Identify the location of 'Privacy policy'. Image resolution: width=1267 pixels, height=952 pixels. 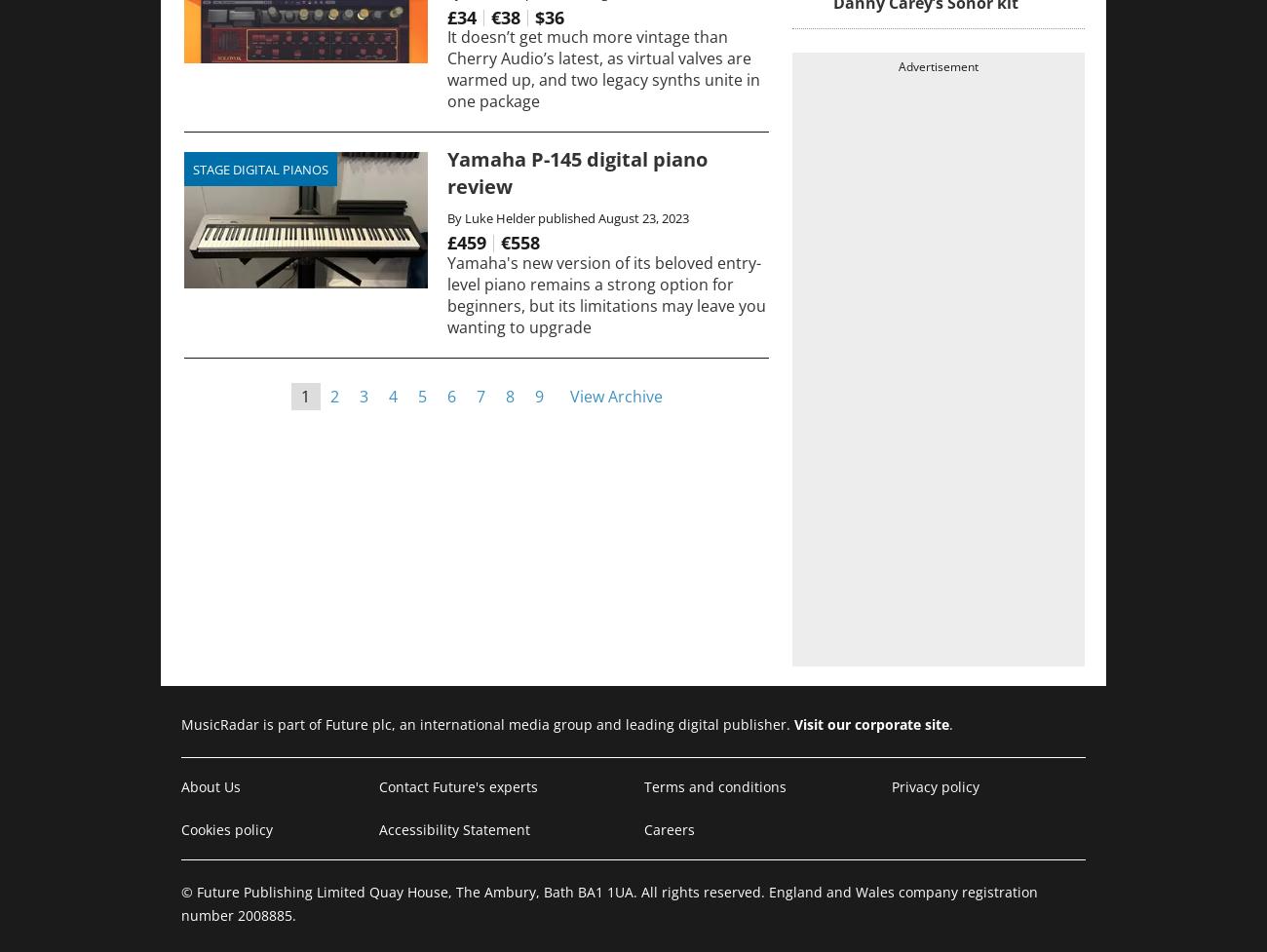
(936, 786).